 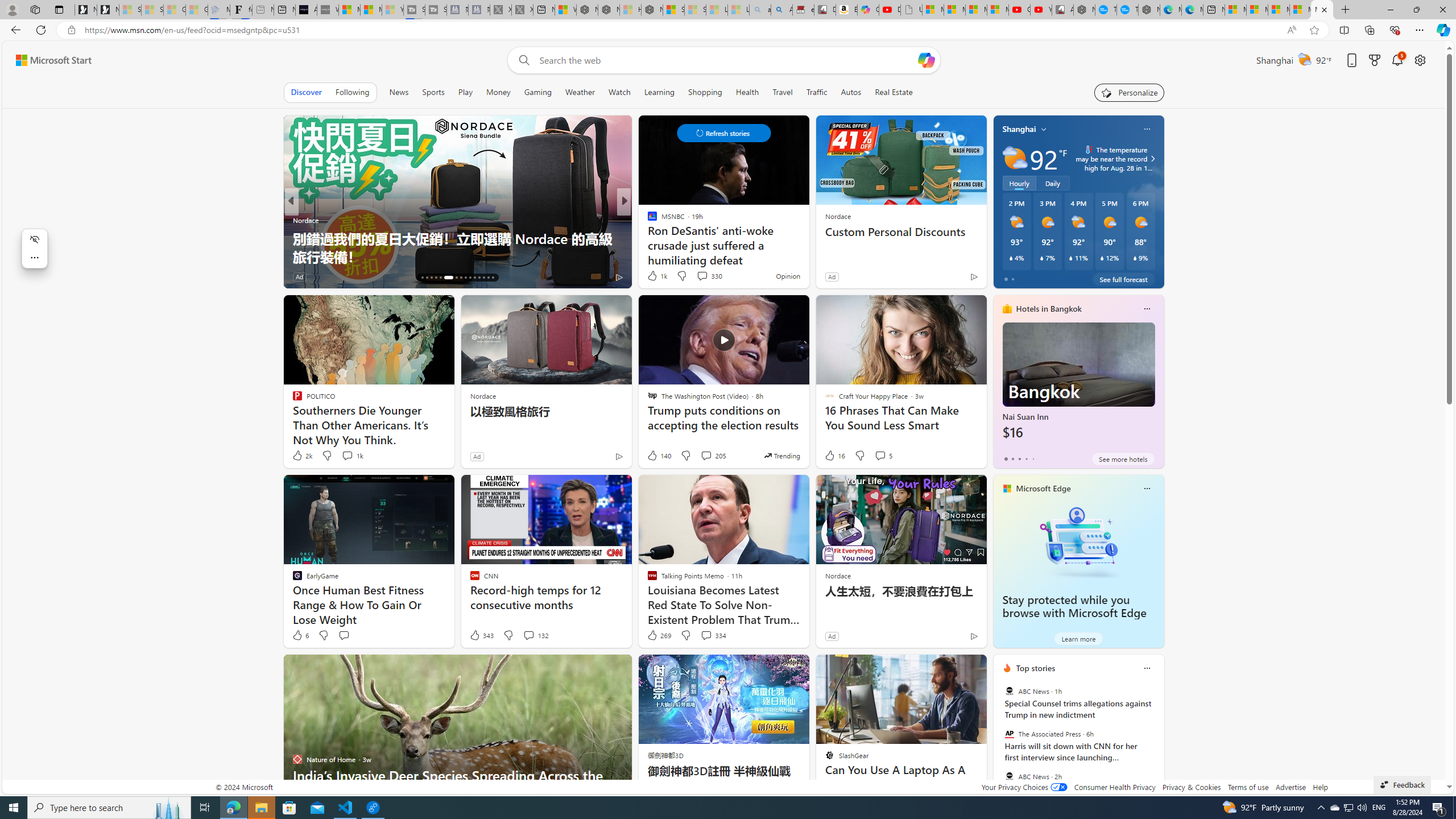 What do you see at coordinates (709, 276) in the screenshot?
I see `'View comments 330 Comment'` at bounding box center [709, 276].